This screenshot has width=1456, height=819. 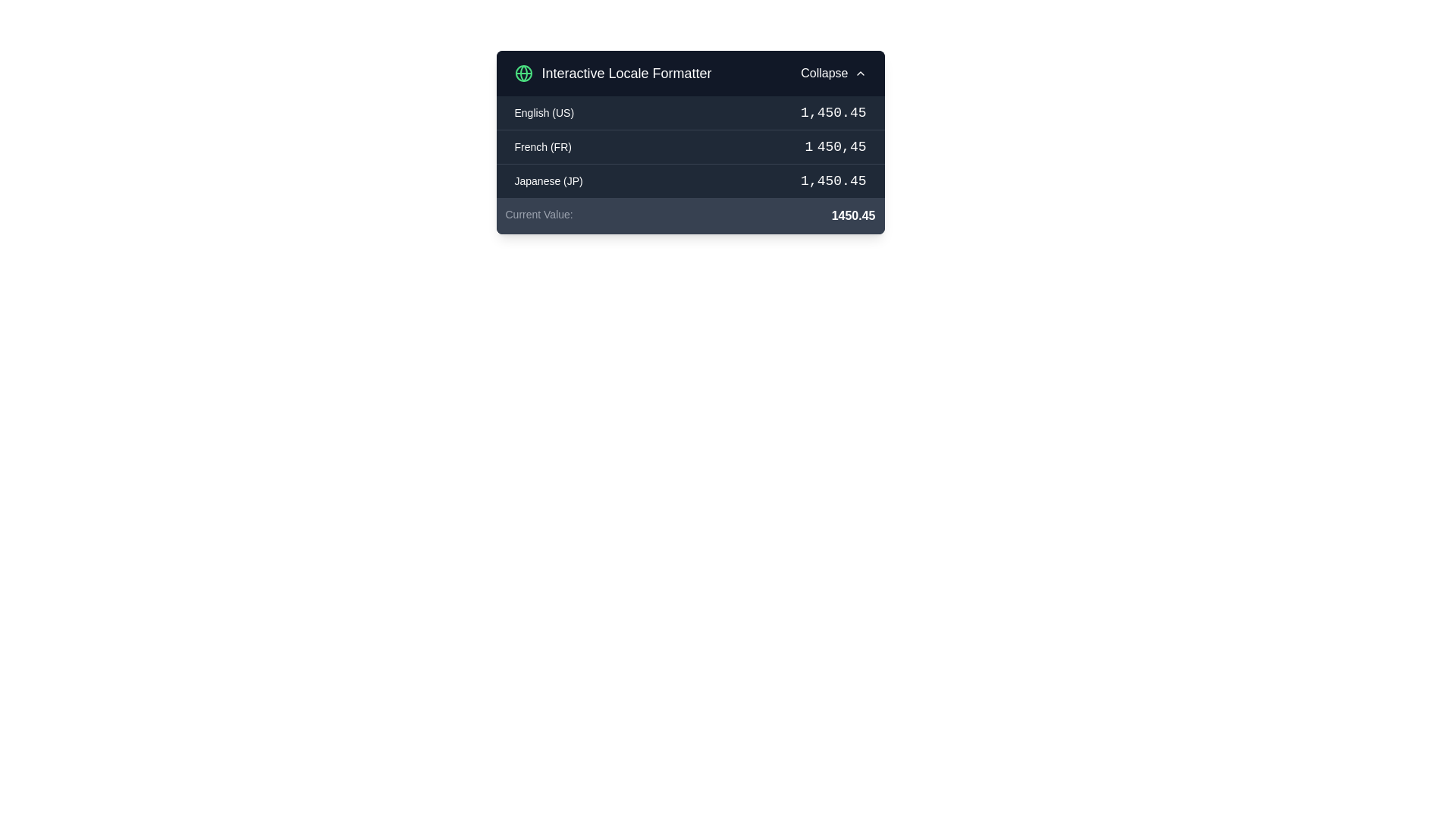 I want to click on the 'Collapse' text label which is in bold white font on a dark blue background, part of the interactive toolbar at the top-right of the dropdown widget, so click(x=824, y=73).